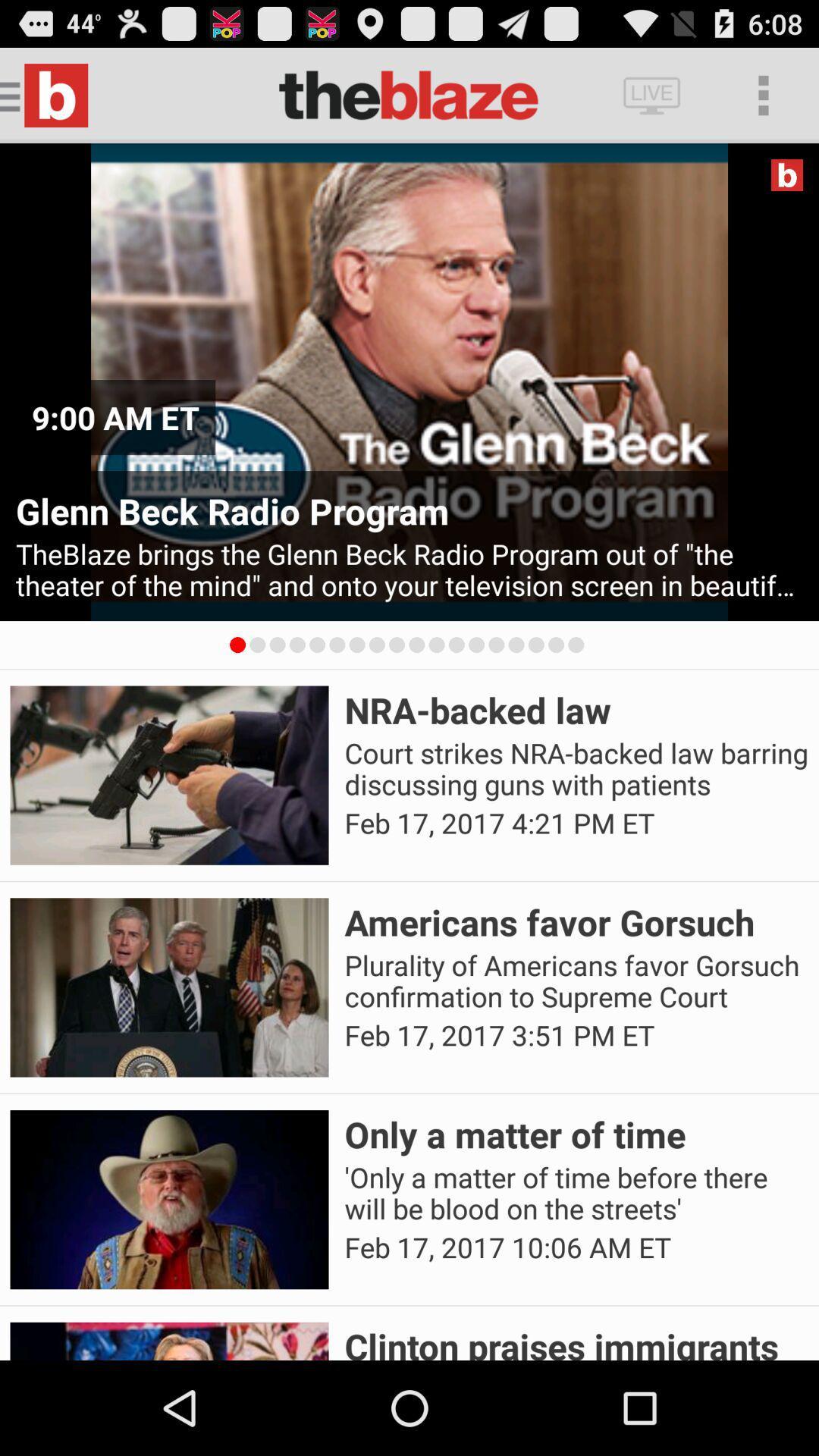 This screenshot has width=819, height=1456. I want to click on the theblaze brings the item, so click(409, 569).